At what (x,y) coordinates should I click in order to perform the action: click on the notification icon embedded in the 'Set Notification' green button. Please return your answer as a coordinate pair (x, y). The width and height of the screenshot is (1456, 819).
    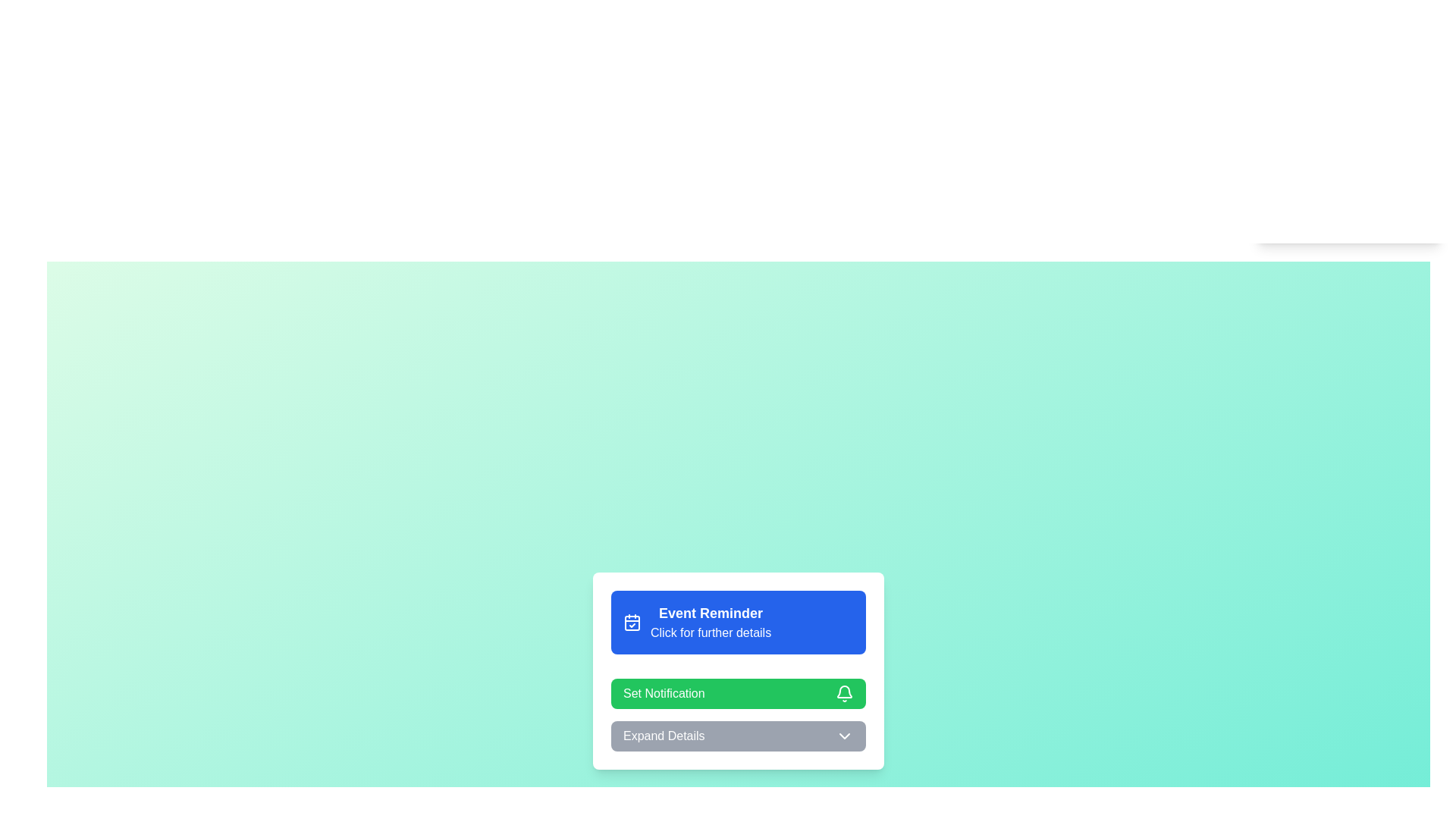
    Looking at the image, I should click on (843, 692).